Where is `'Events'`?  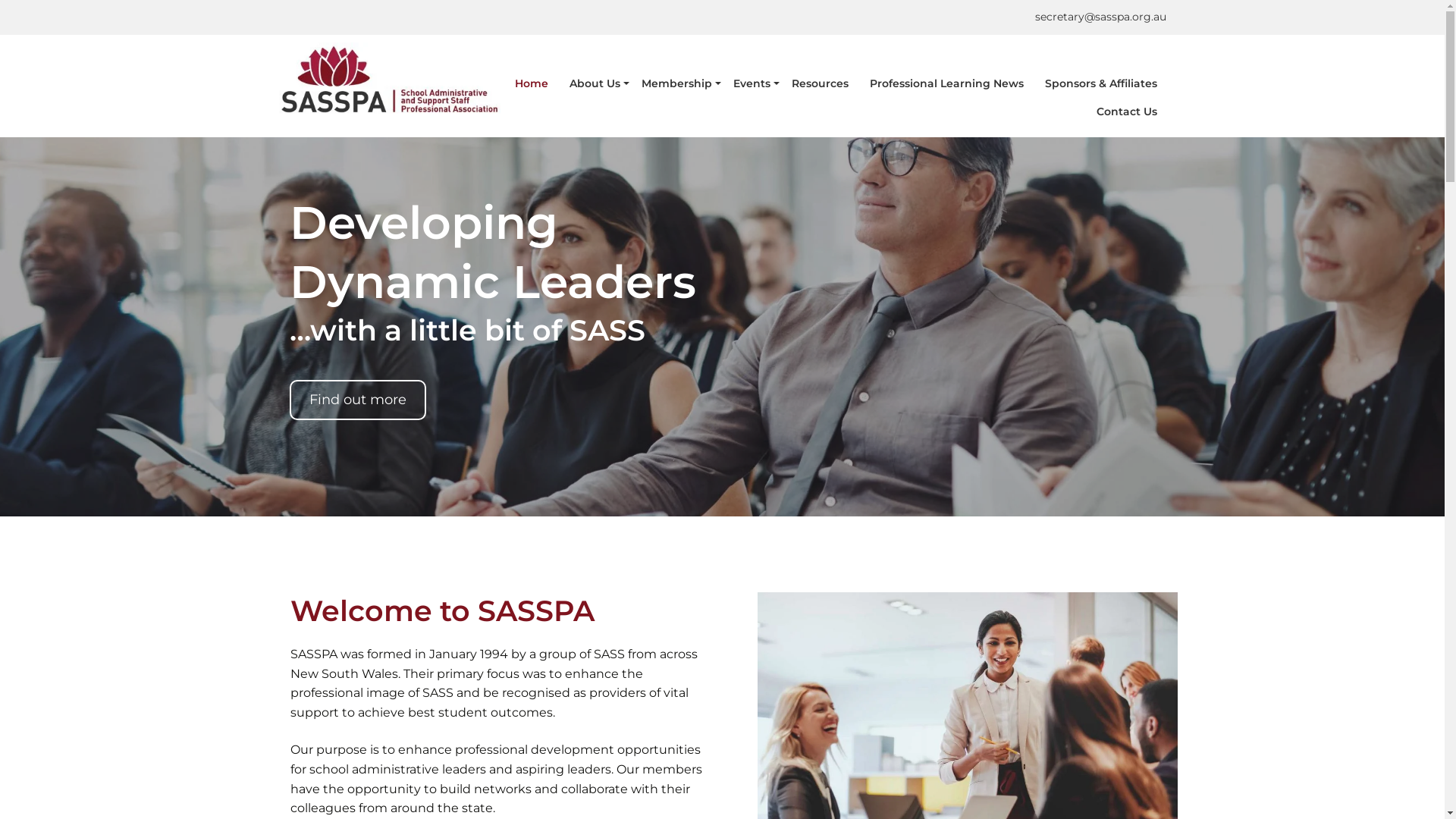 'Events' is located at coordinates (751, 83).